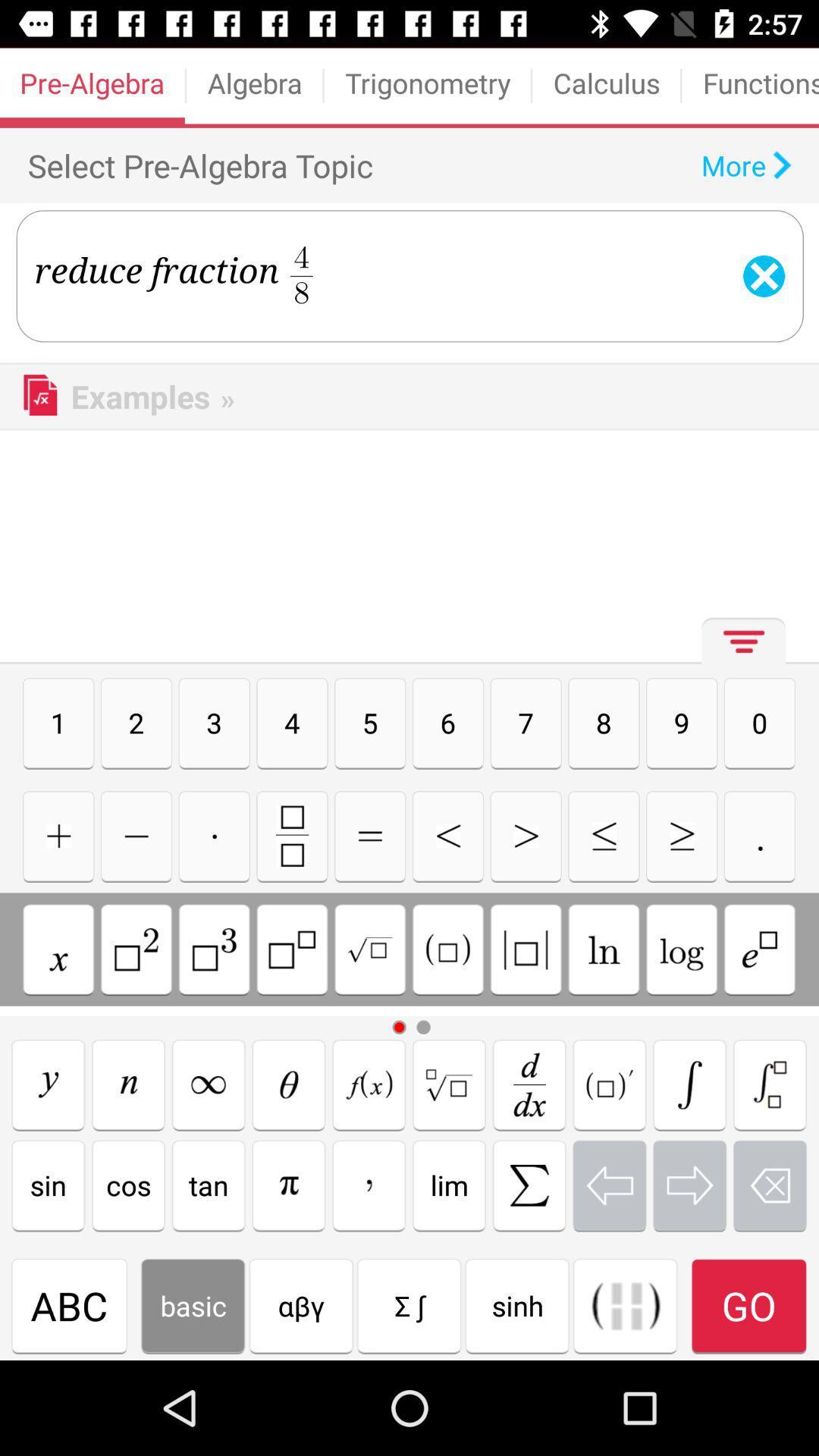 This screenshot has height=1456, width=819. What do you see at coordinates (292, 949) in the screenshot?
I see `raise to a power` at bounding box center [292, 949].